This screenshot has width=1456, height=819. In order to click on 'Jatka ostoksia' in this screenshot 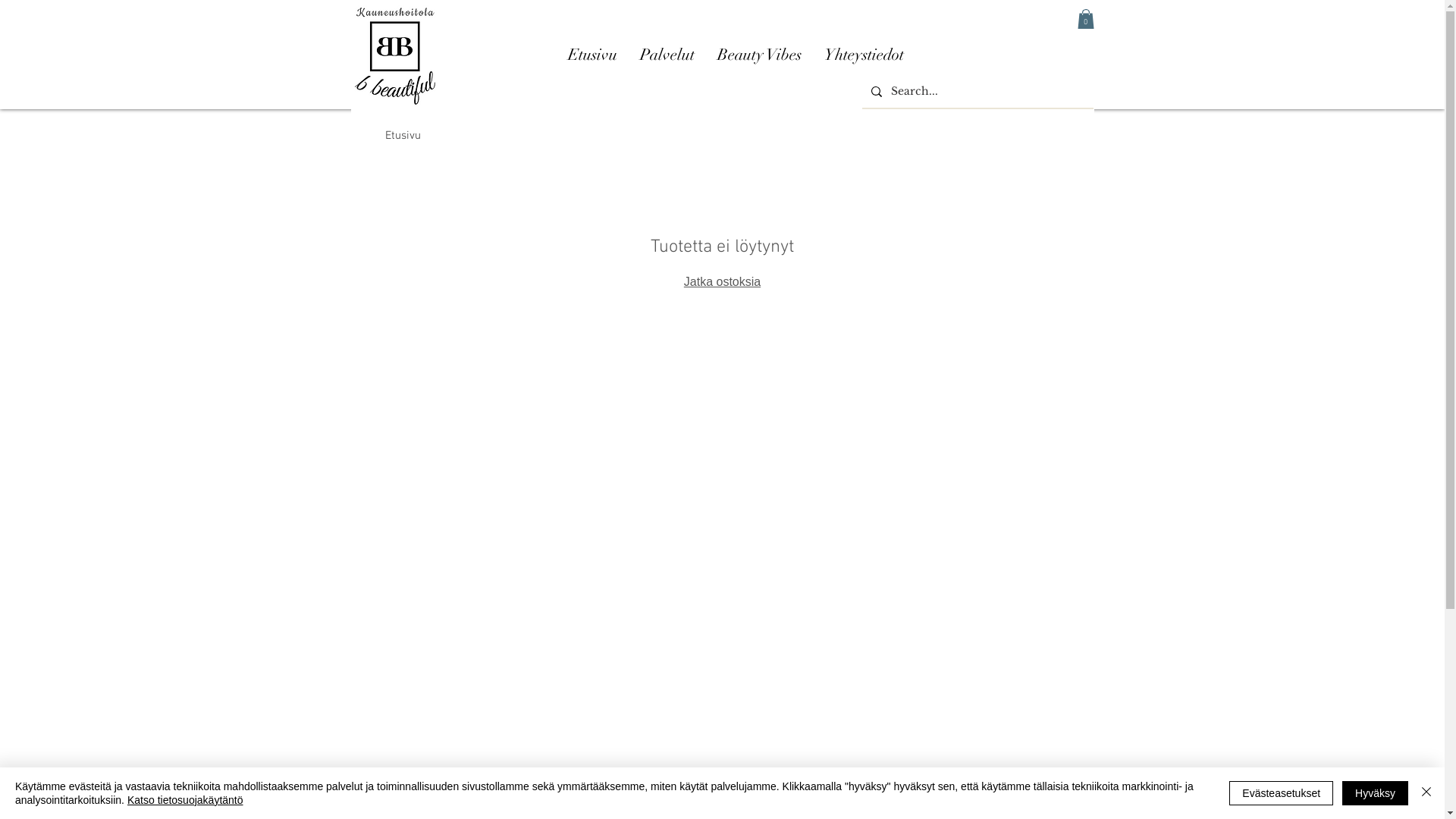, I will do `click(683, 281)`.